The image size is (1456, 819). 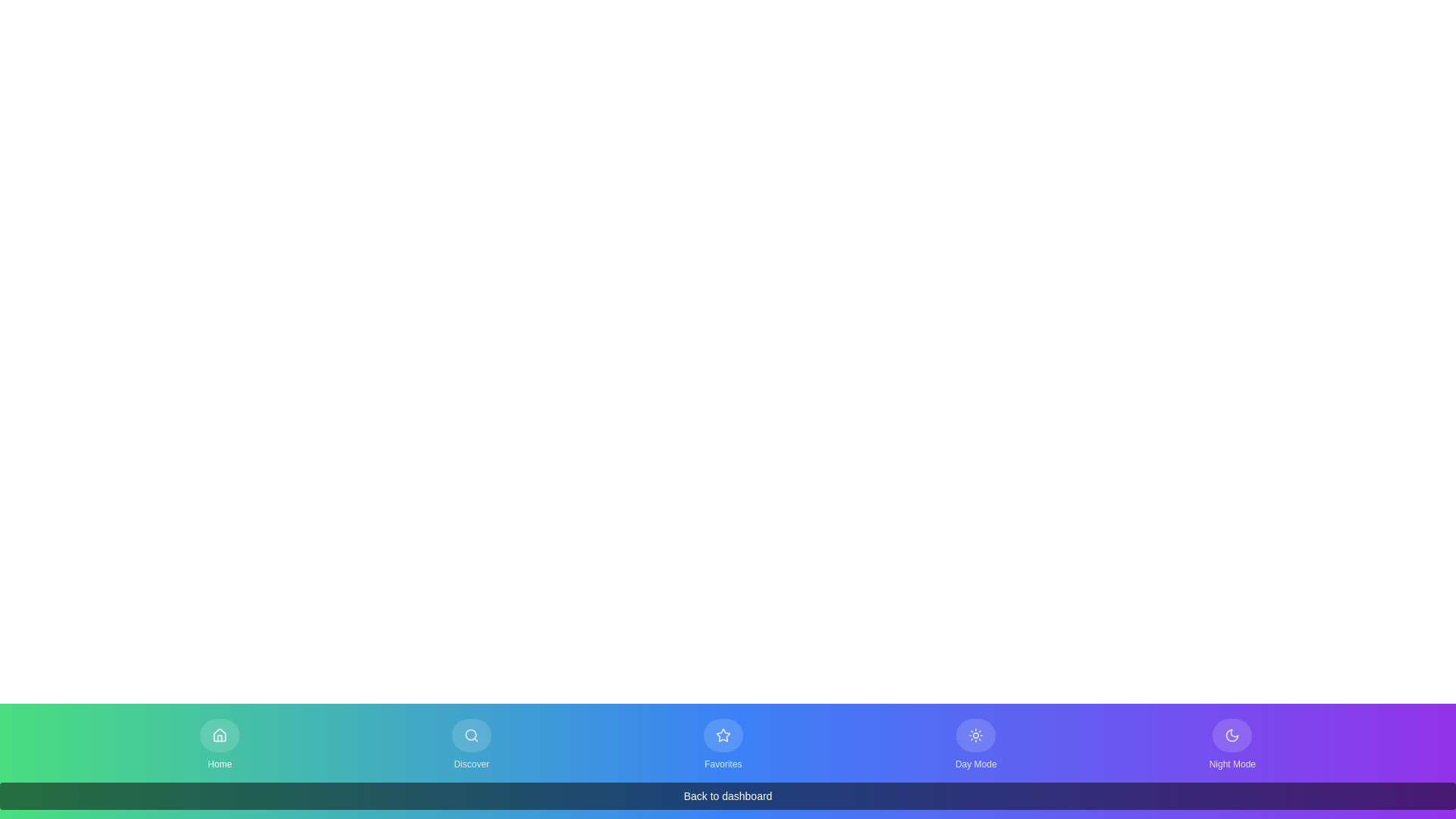 What do you see at coordinates (1232, 744) in the screenshot?
I see `the Night Mode tab by clicking the corresponding button` at bounding box center [1232, 744].